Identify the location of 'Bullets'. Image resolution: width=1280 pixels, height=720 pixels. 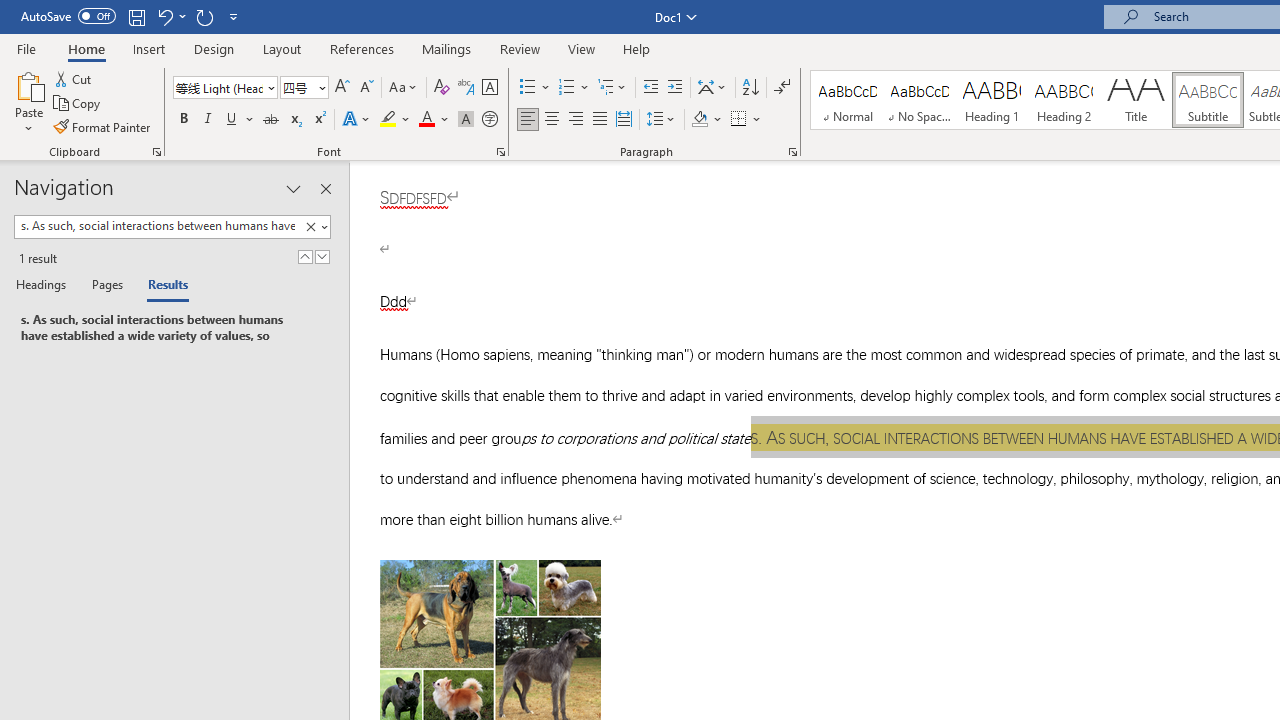
(528, 86).